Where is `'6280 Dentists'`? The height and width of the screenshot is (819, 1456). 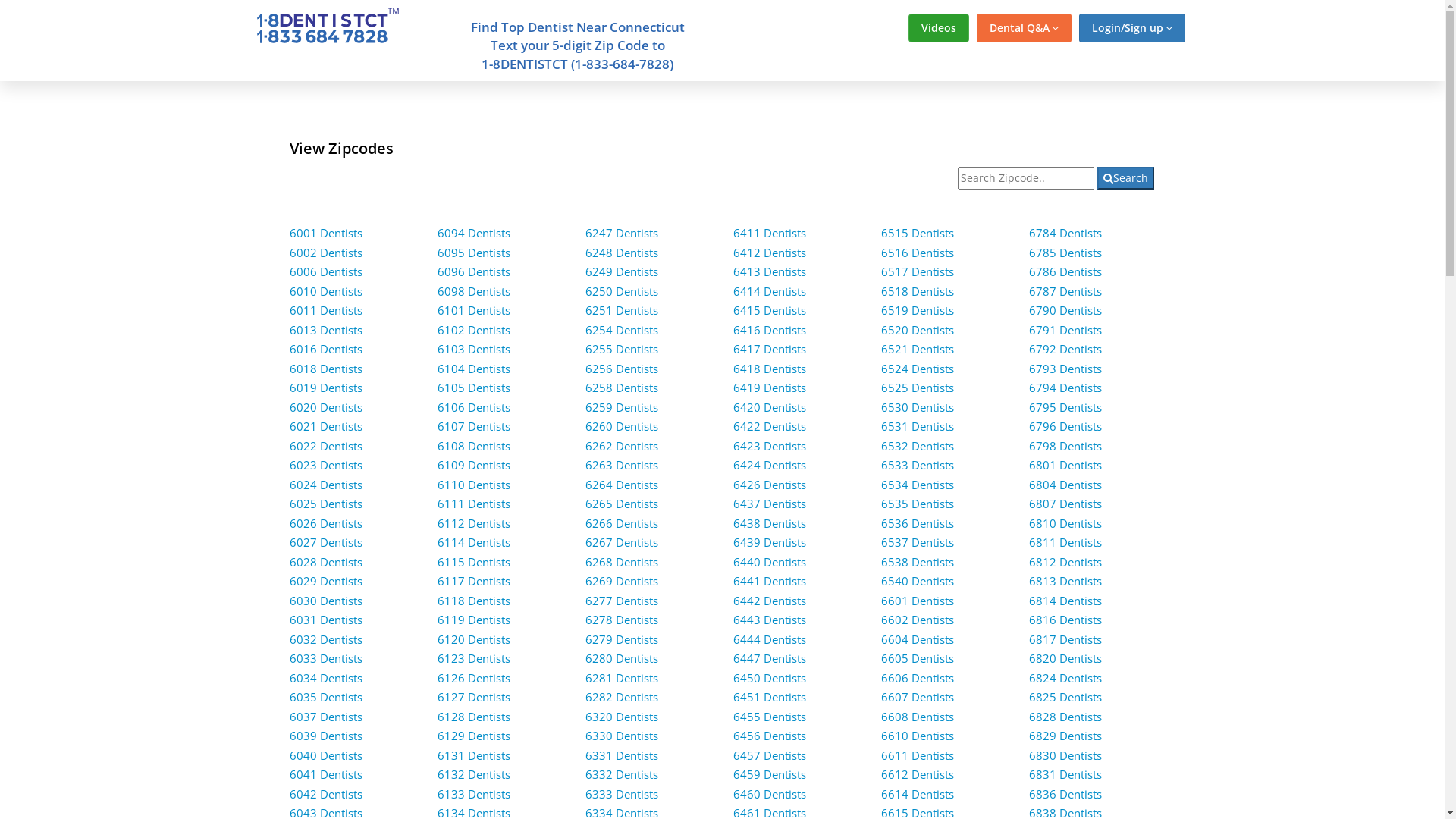
'6280 Dentists' is located at coordinates (585, 657).